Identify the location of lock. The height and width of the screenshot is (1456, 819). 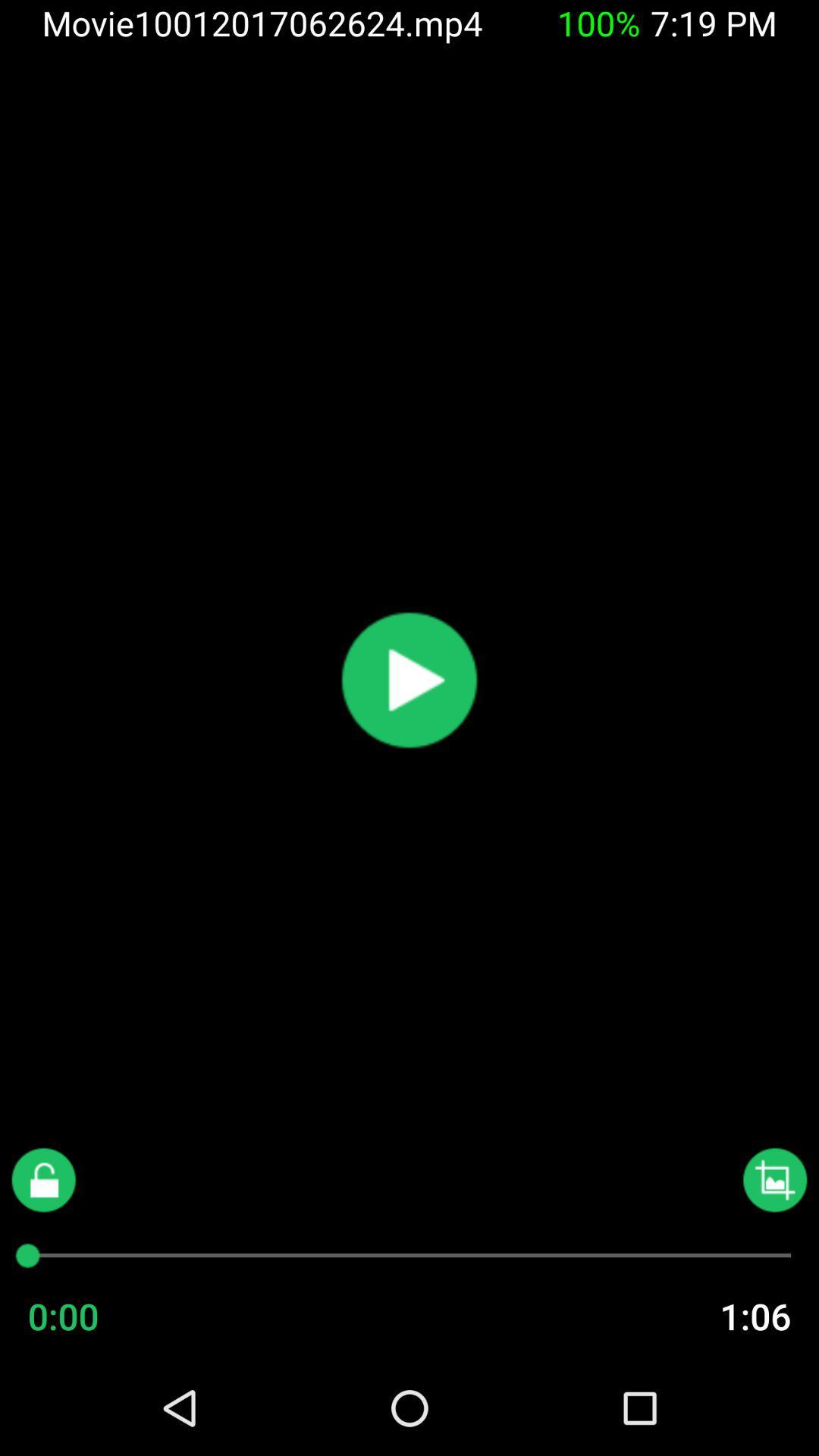
(42, 1179).